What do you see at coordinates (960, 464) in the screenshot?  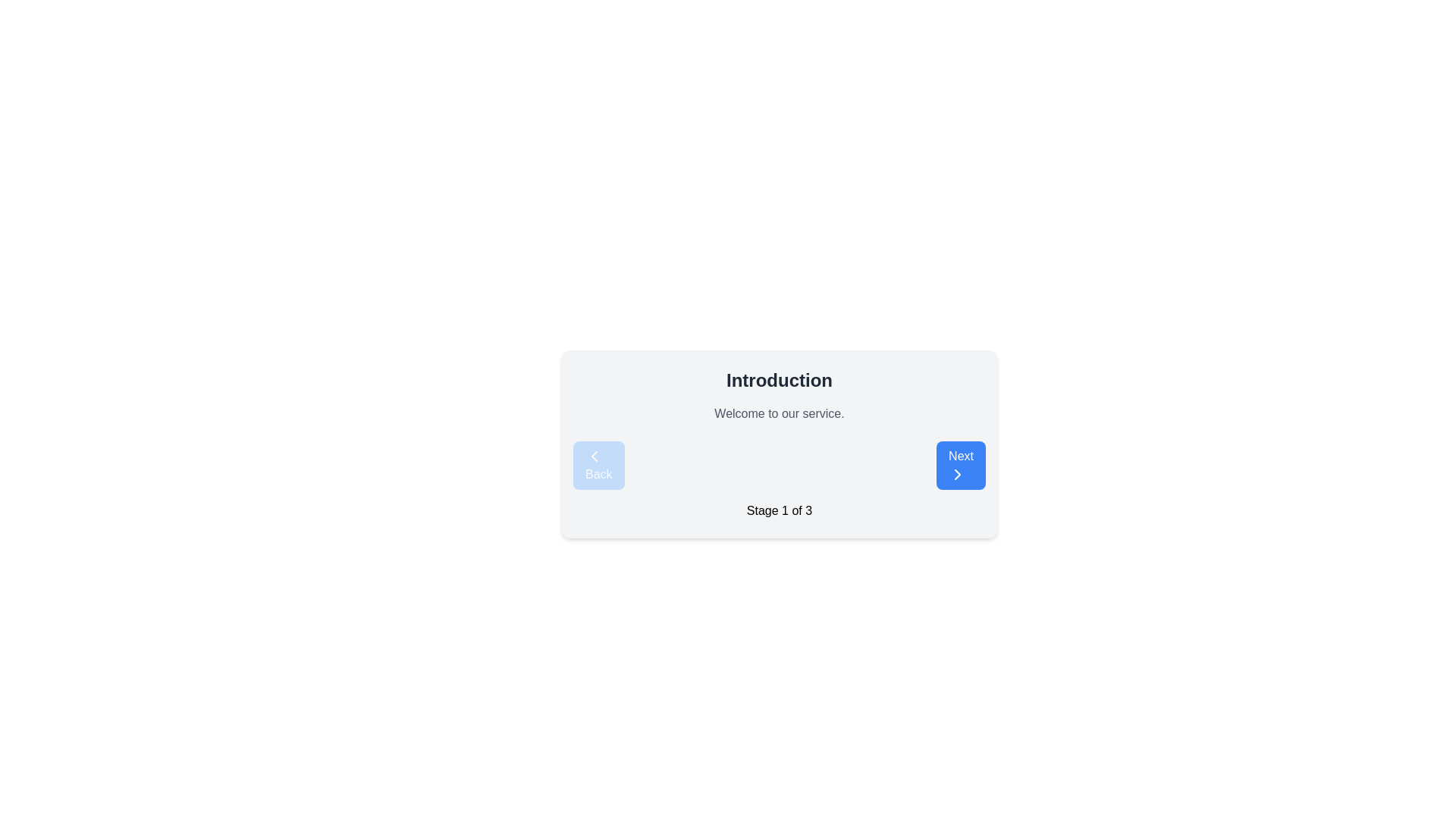 I see `the blue button with rounded corners labeled 'Next' to proceed` at bounding box center [960, 464].